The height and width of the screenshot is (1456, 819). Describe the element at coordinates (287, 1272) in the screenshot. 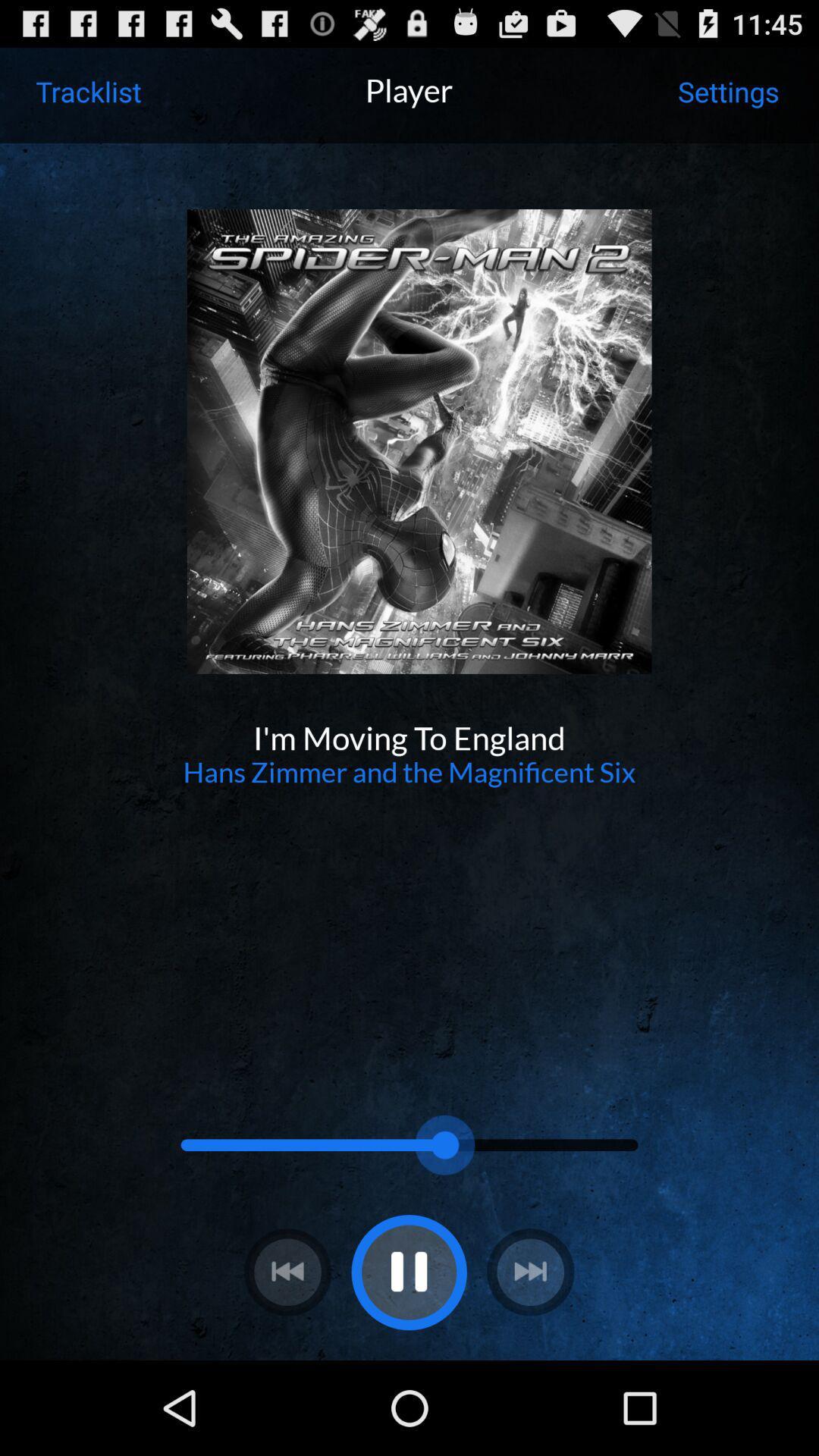

I see `previous audio` at that location.